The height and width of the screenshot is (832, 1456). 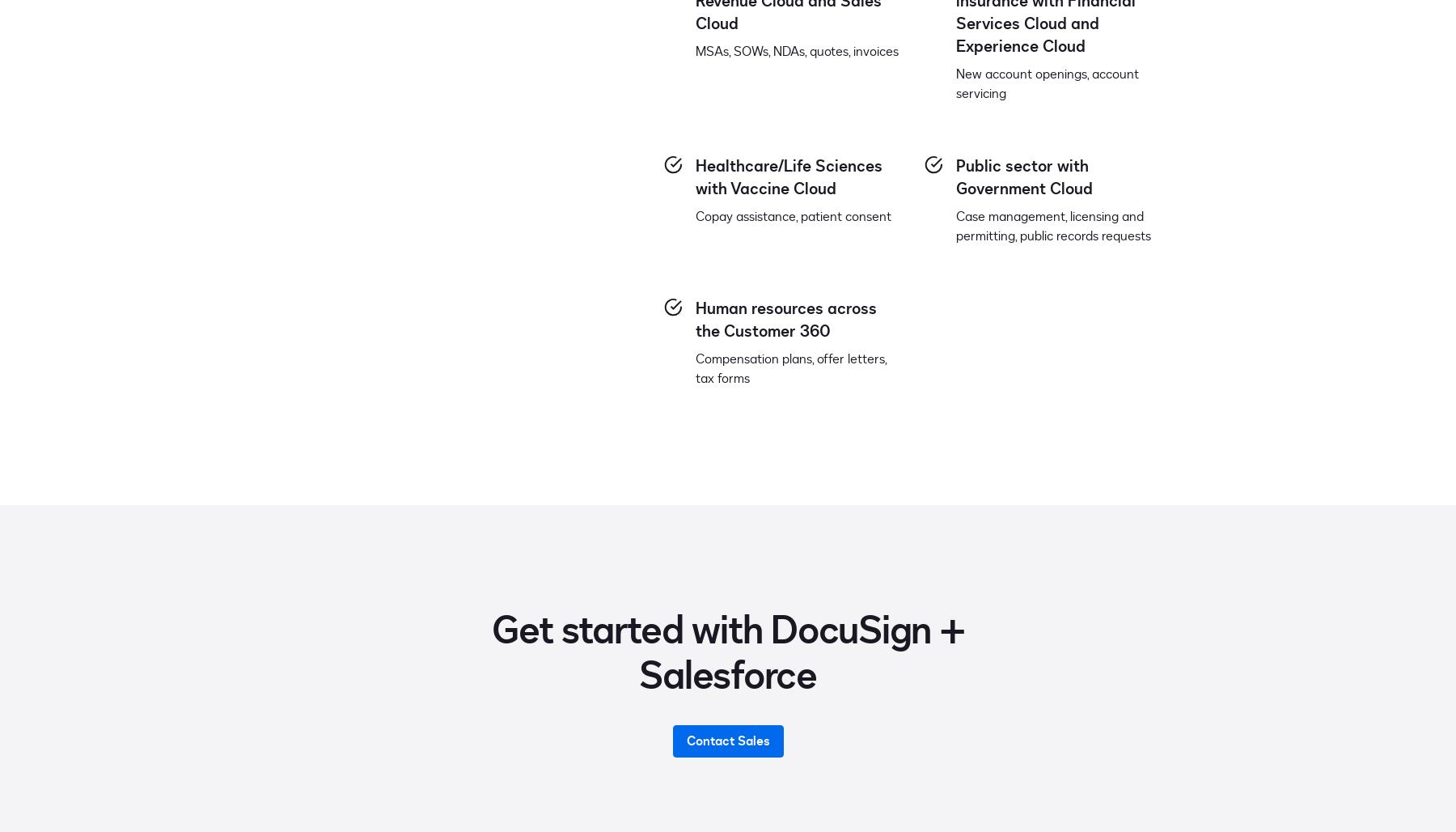 What do you see at coordinates (1047, 83) in the screenshot?
I see `'New account openings, account servicing'` at bounding box center [1047, 83].